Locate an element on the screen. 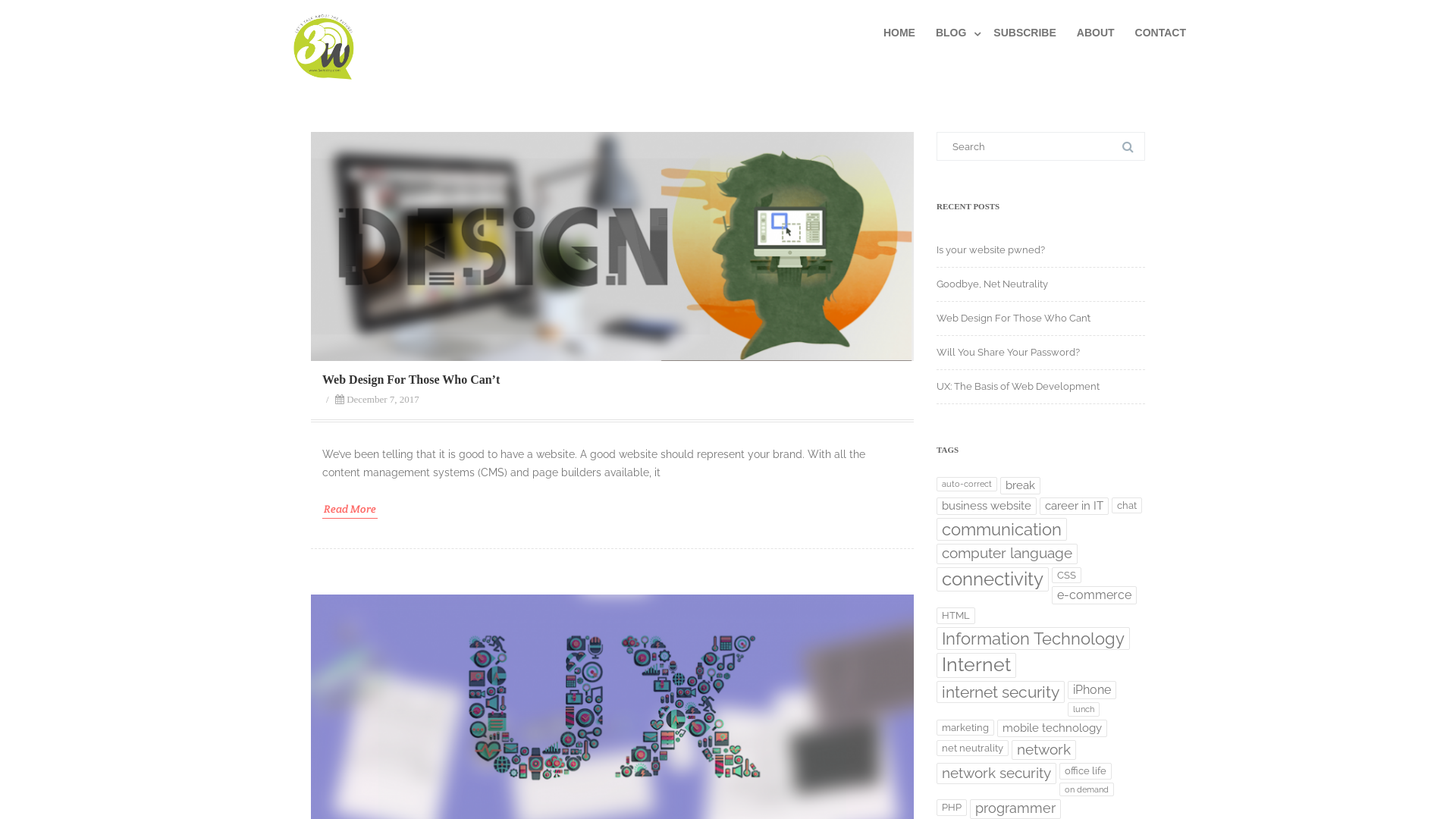 This screenshot has width=1456, height=819. 'business website' is located at coordinates (935, 506).